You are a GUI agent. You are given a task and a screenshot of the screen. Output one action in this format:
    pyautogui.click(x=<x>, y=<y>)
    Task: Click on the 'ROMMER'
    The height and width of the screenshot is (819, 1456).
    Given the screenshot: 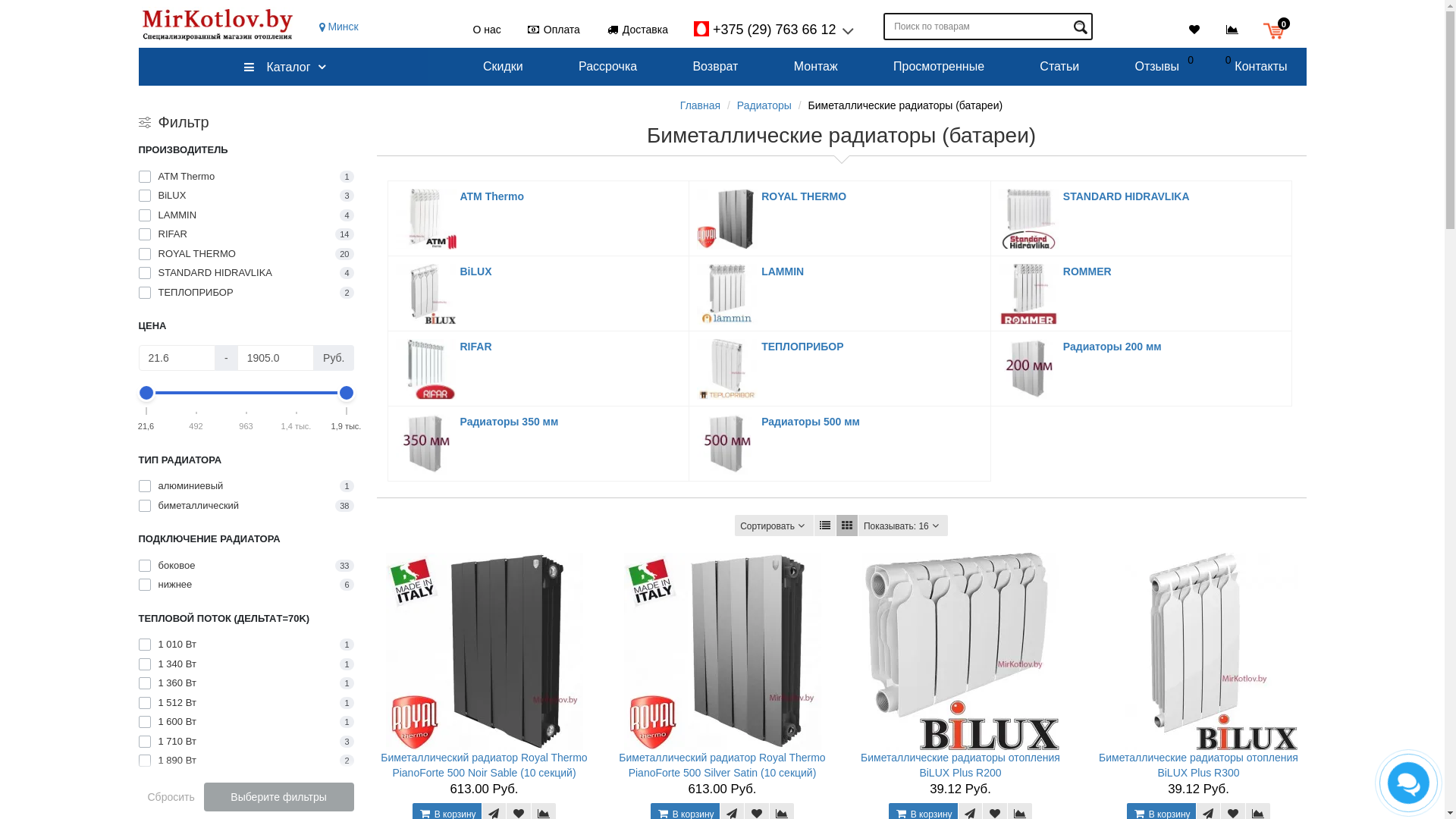 What is the action you would take?
    pyautogui.click(x=1029, y=294)
    